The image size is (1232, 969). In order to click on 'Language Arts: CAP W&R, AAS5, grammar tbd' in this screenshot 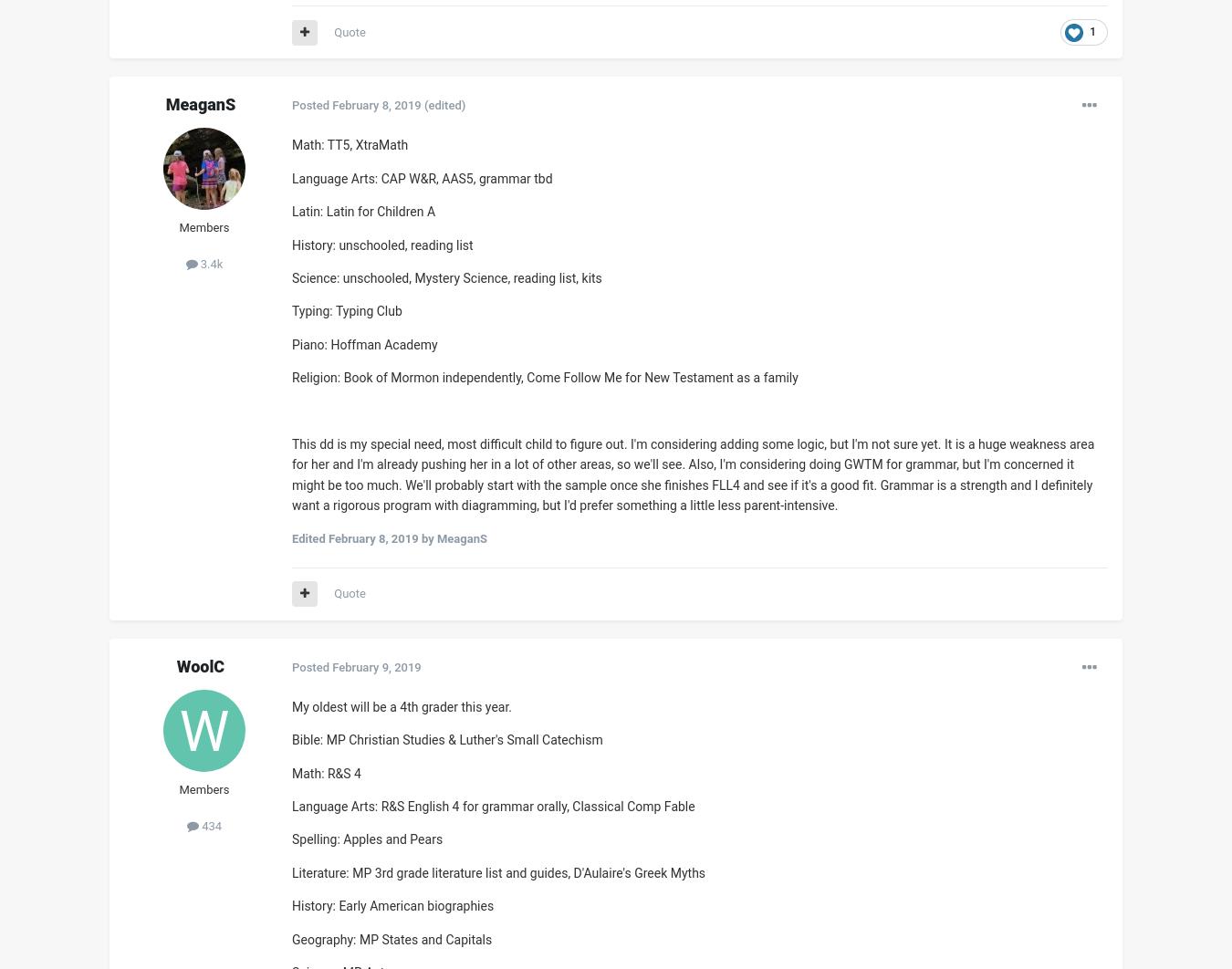, I will do `click(421, 177)`.